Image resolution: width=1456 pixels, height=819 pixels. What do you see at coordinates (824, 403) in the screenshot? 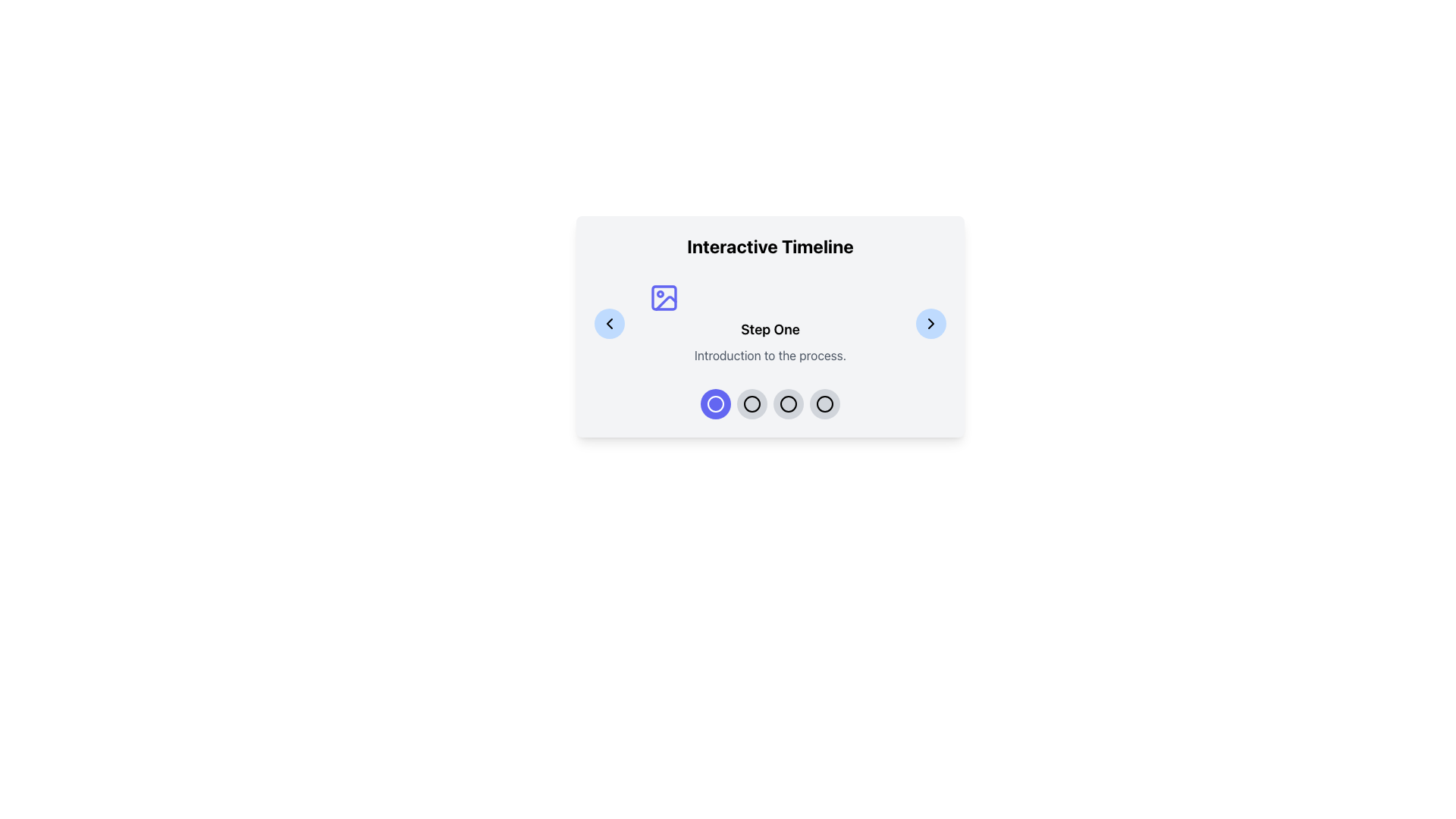
I see `the rightmost circular icon with a black outline and transparent inner background, located within a light-gray button at the bottom of the interactive timeline card` at bounding box center [824, 403].